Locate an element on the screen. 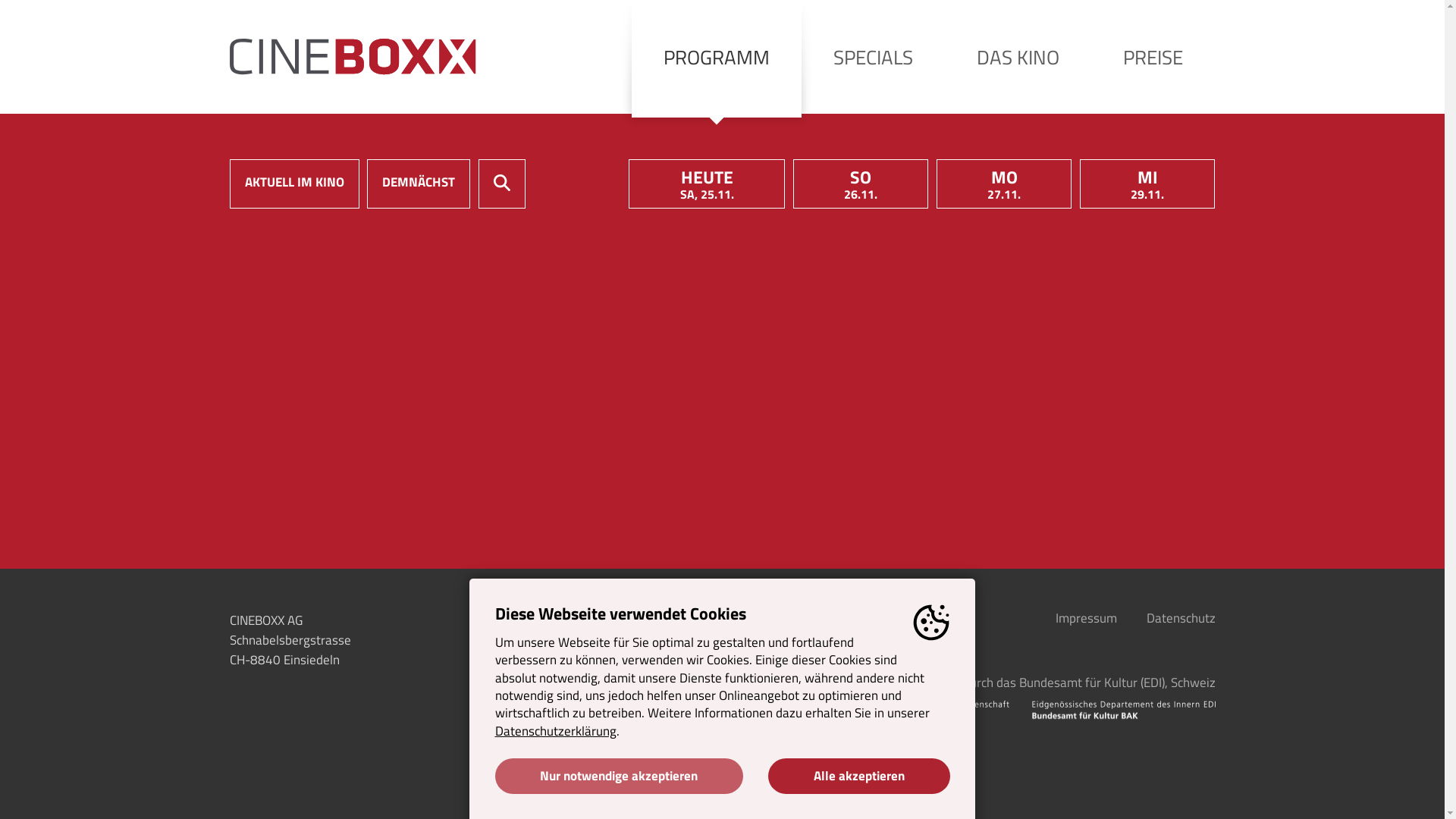 Image resolution: width=1456 pixels, height=819 pixels. 'Impressum' is located at coordinates (1055, 617).